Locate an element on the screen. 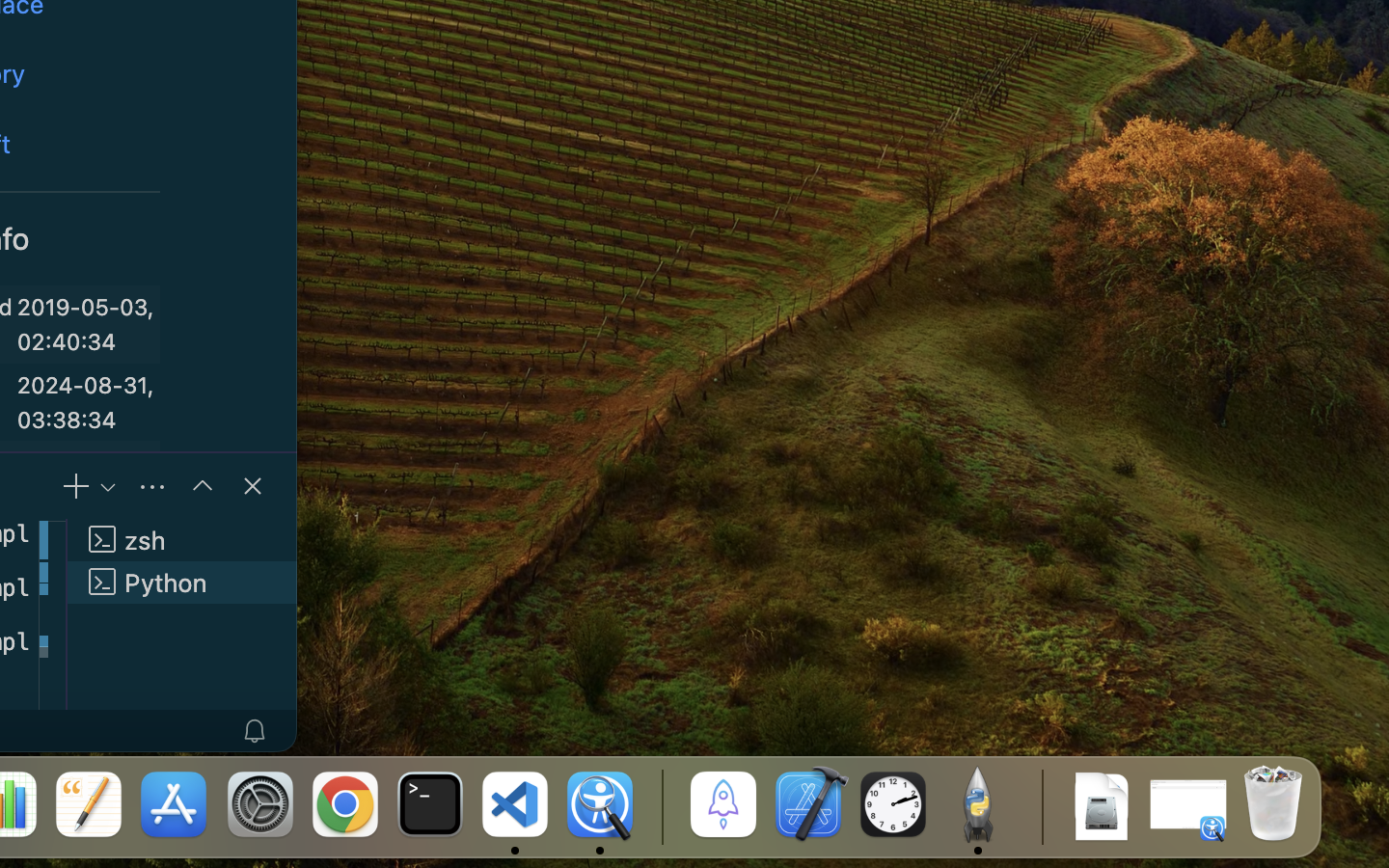 This screenshot has width=1389, height=868. '' is located at coordinates (202, 485).